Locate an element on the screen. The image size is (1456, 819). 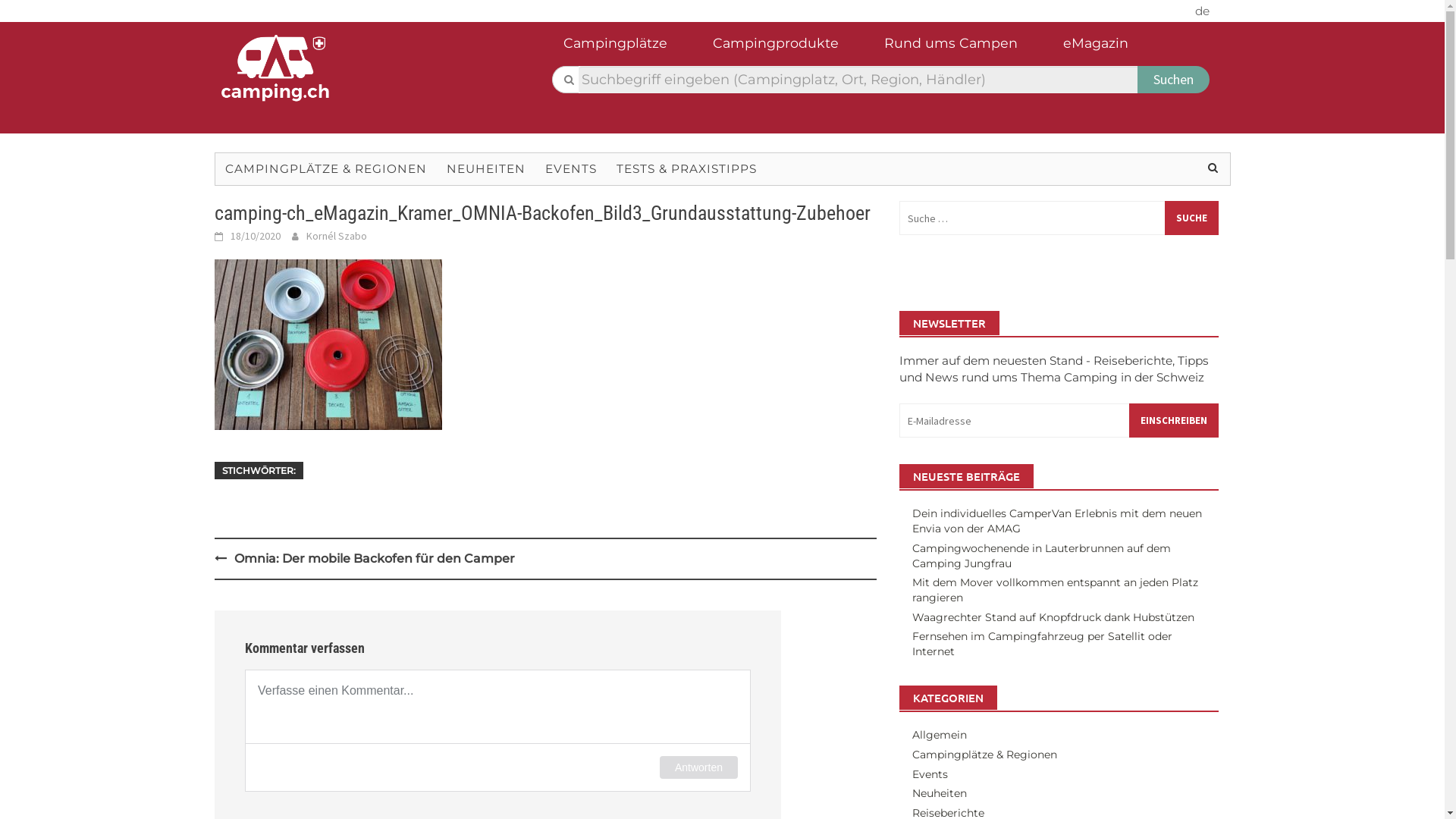
'Suche' is located at coordinates (1191, 218).